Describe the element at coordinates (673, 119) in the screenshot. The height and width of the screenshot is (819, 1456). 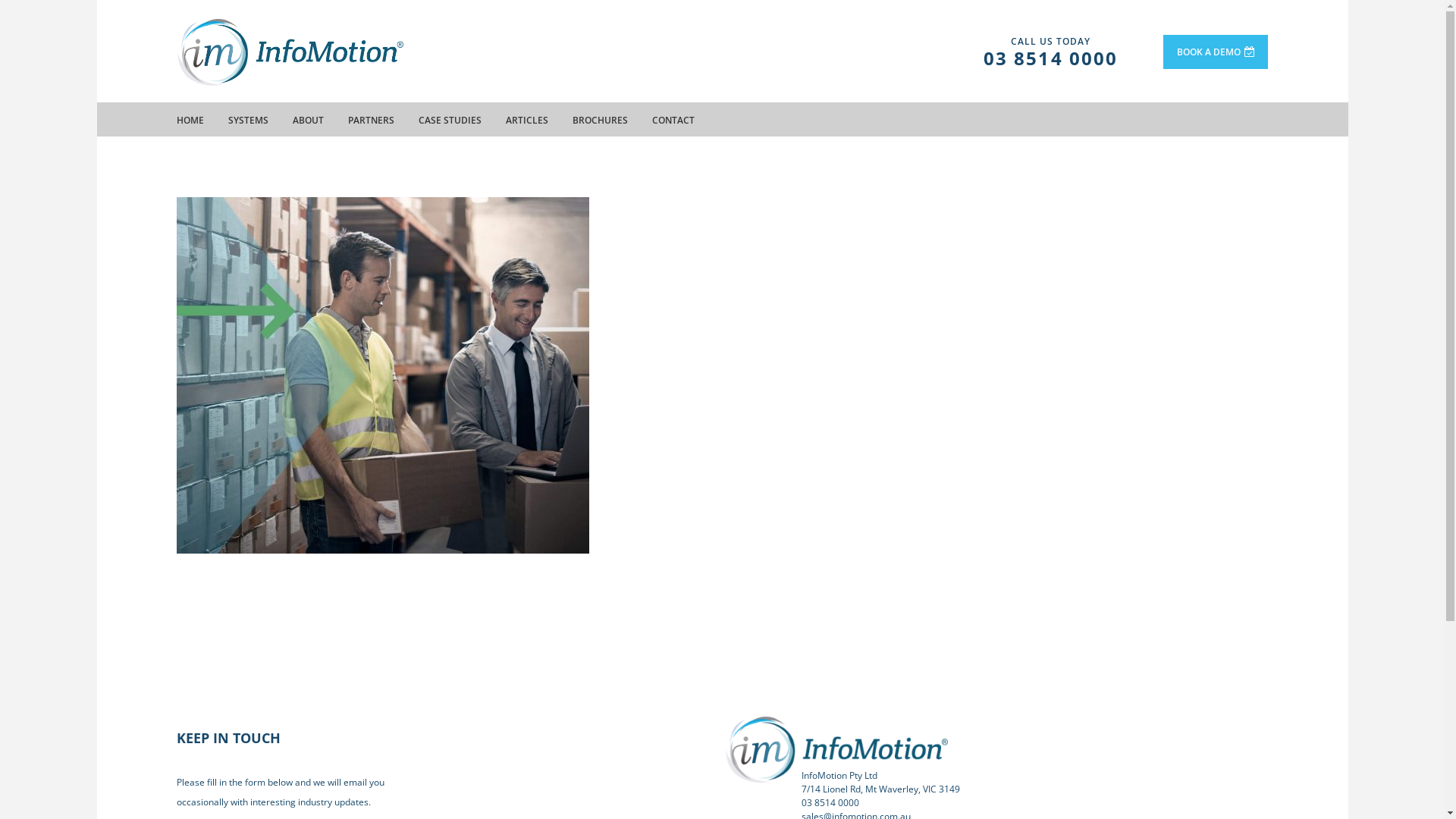
I see `'CONTACT'` at that location.